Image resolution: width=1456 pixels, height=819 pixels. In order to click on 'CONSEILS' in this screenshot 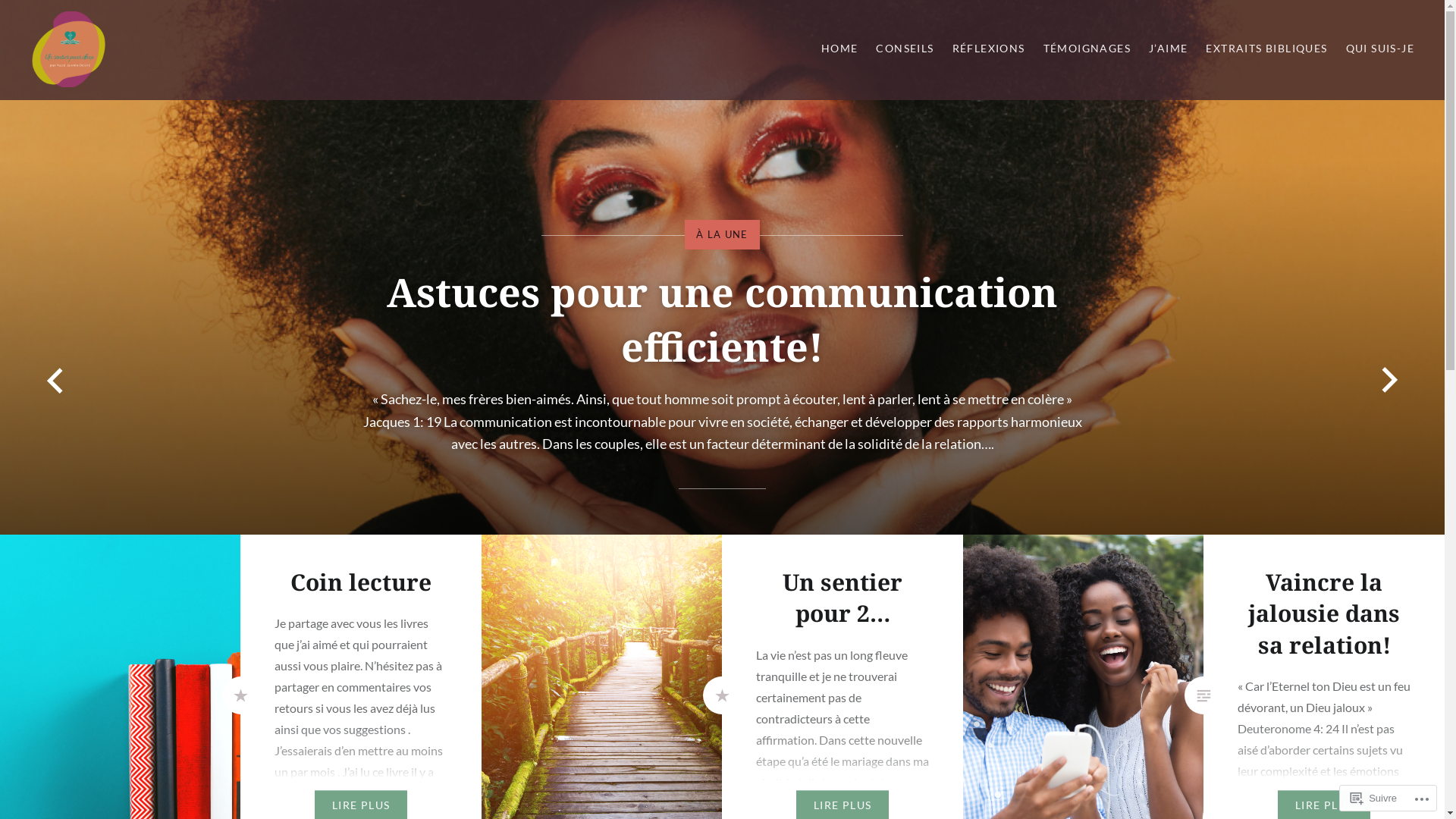, I will do `click(905, 48)`.